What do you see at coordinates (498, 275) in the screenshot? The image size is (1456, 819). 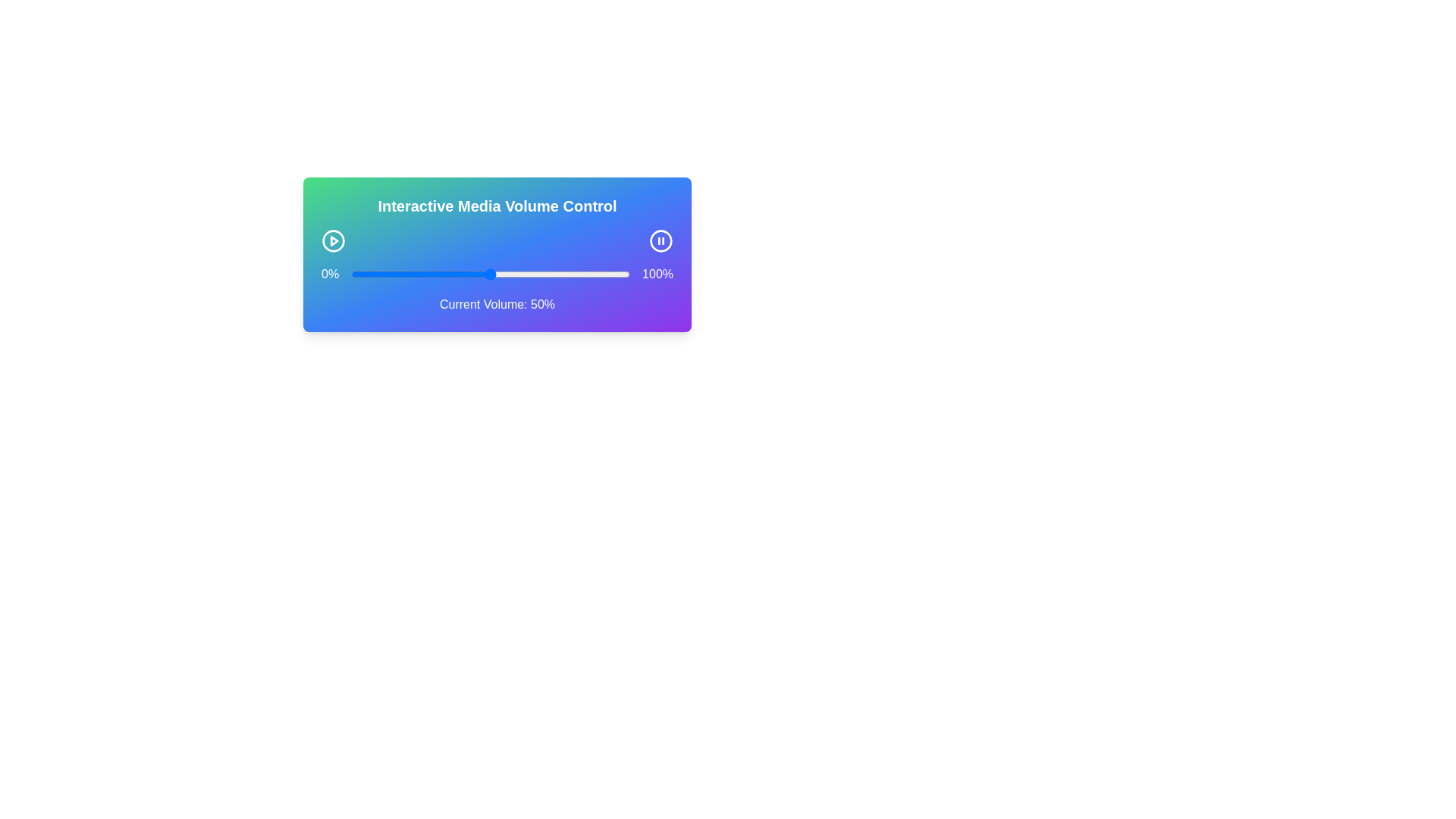 I see `the volume to 53% by dragging the slider` at bounding box center [498, 275].